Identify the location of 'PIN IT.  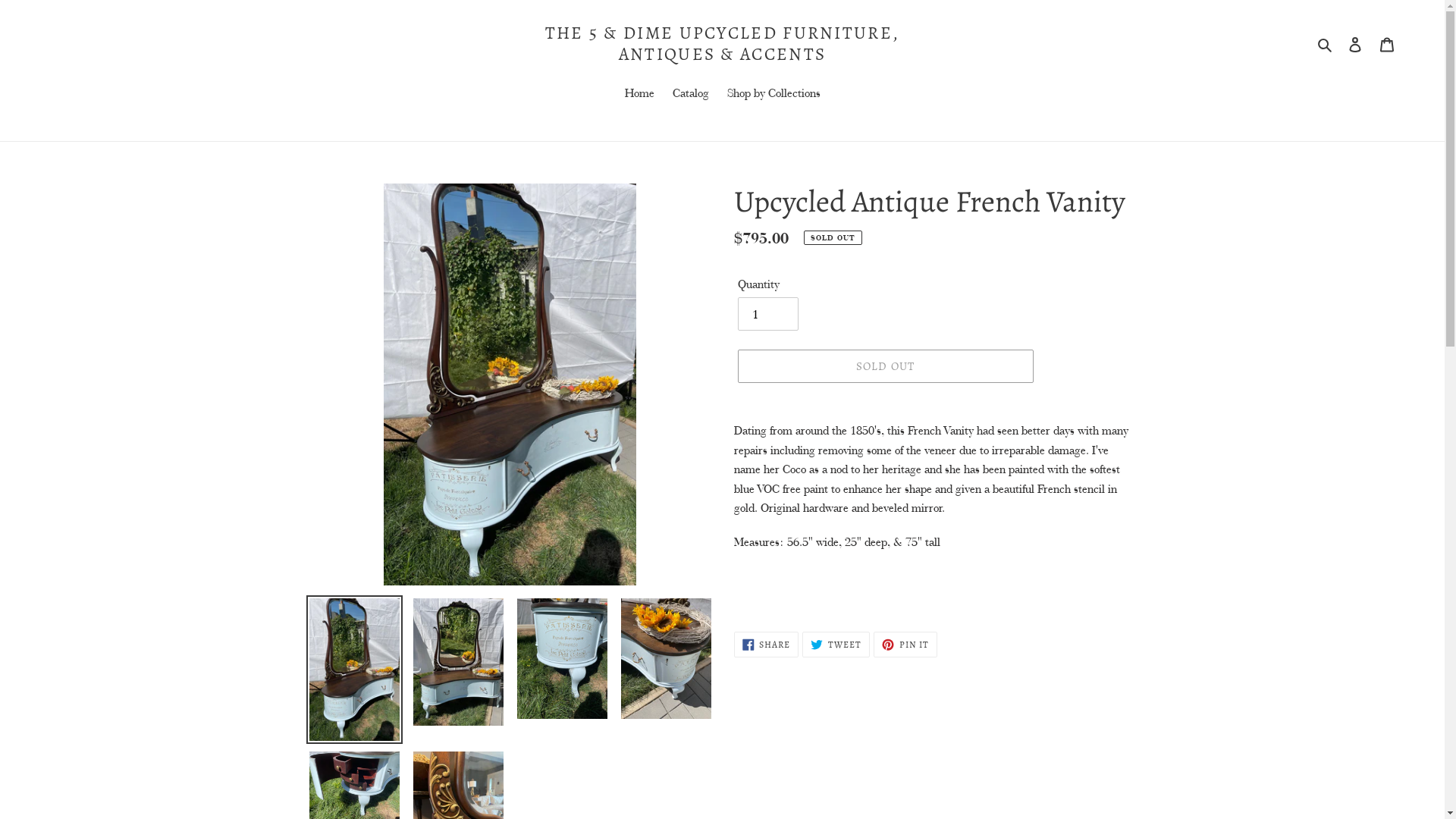
(905, 644).